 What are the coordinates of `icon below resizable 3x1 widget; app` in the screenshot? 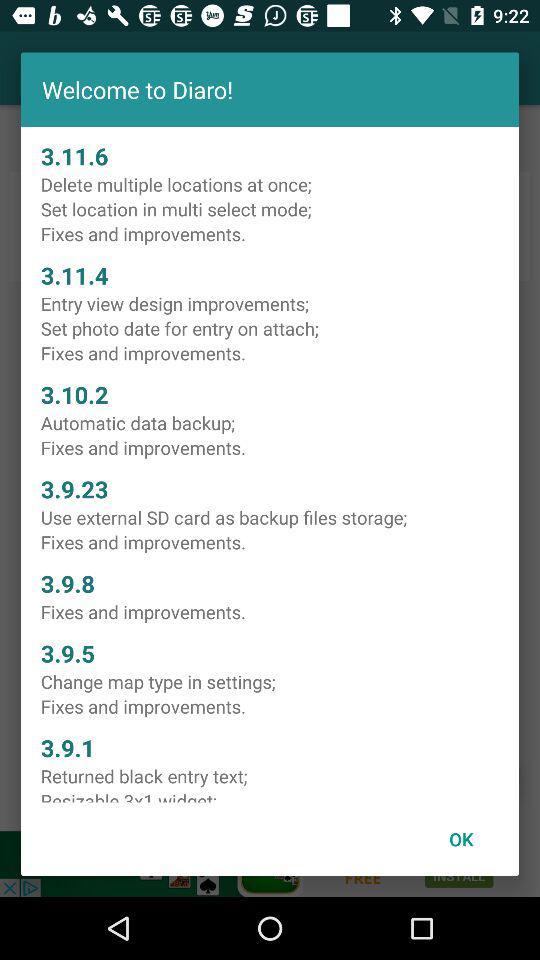 It's located at (461, 839).